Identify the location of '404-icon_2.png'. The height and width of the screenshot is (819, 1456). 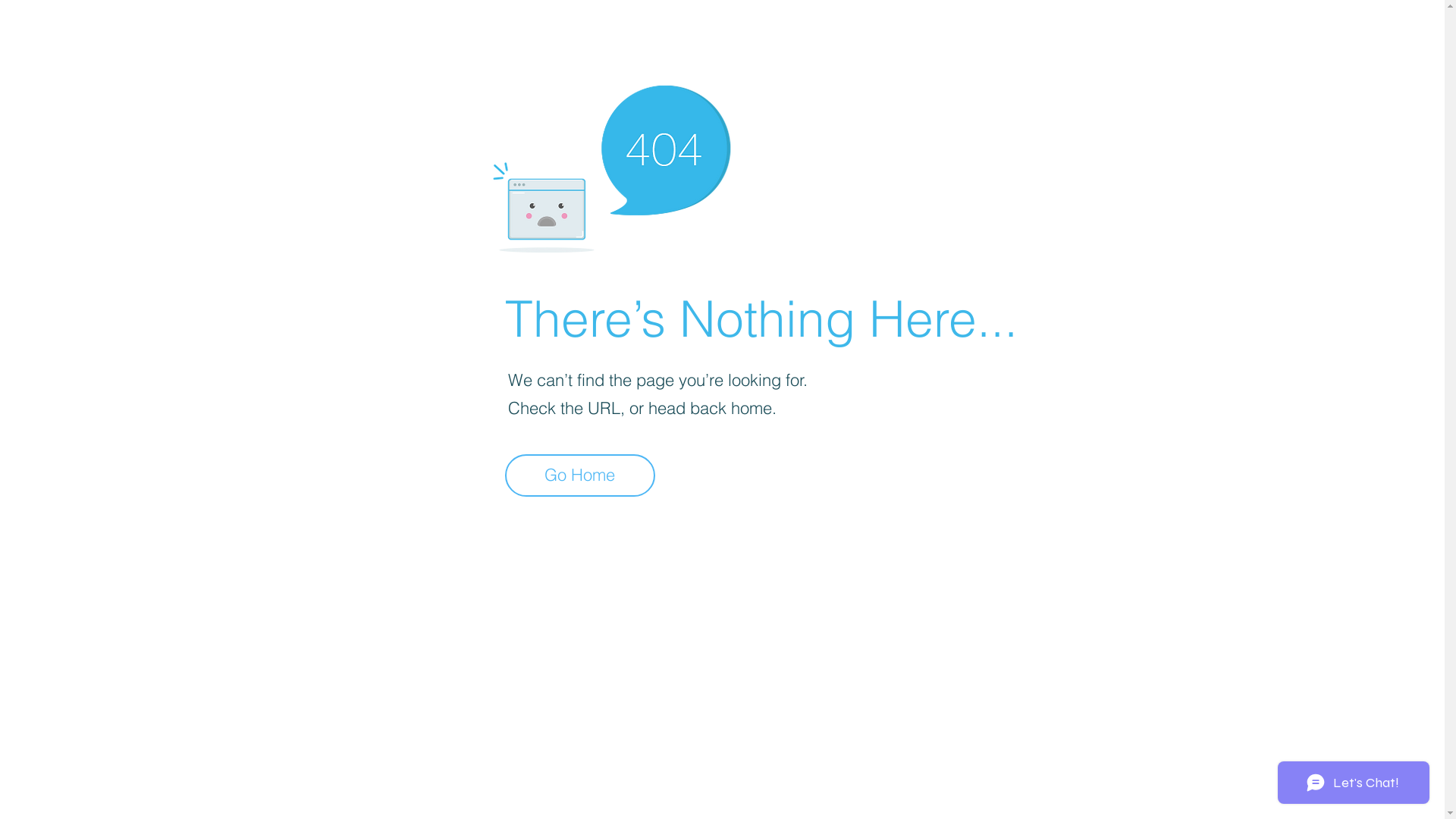
(610, 165).